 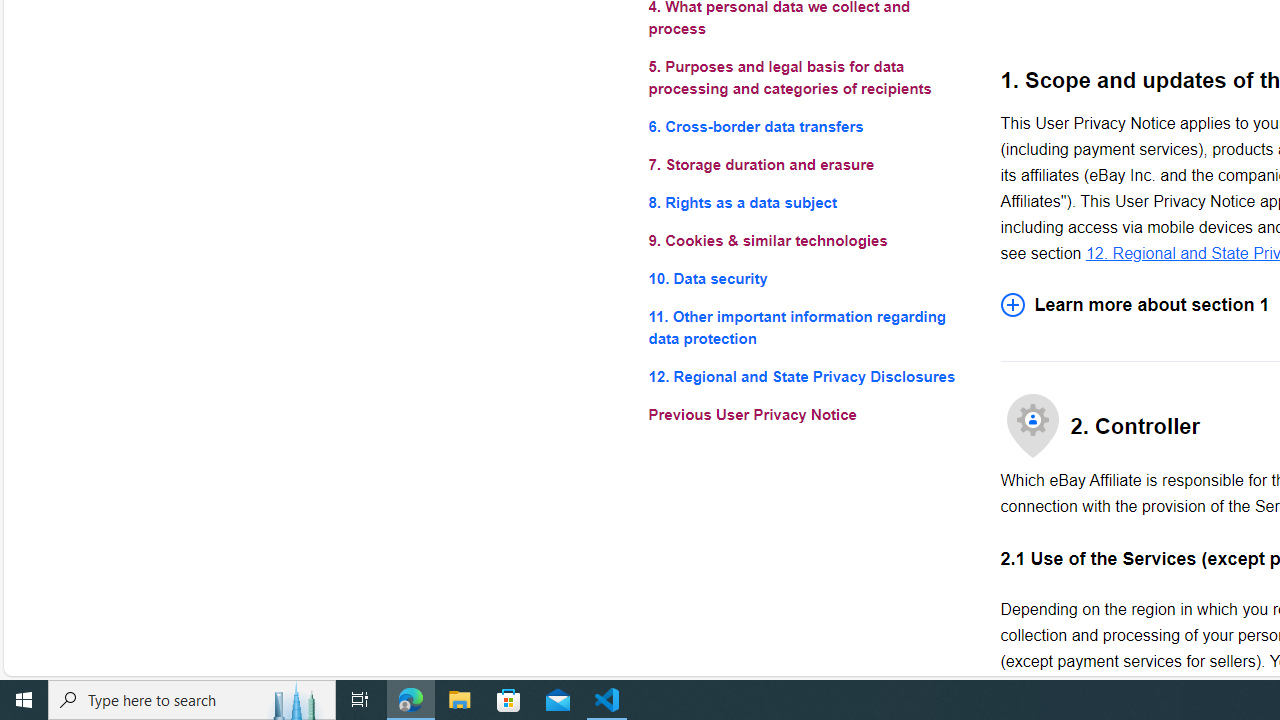 What do you see at coordinates (808, 240) in the screenshot?
I see `'9. Cookies & similar technologies'` at bounding box center [808, 240].